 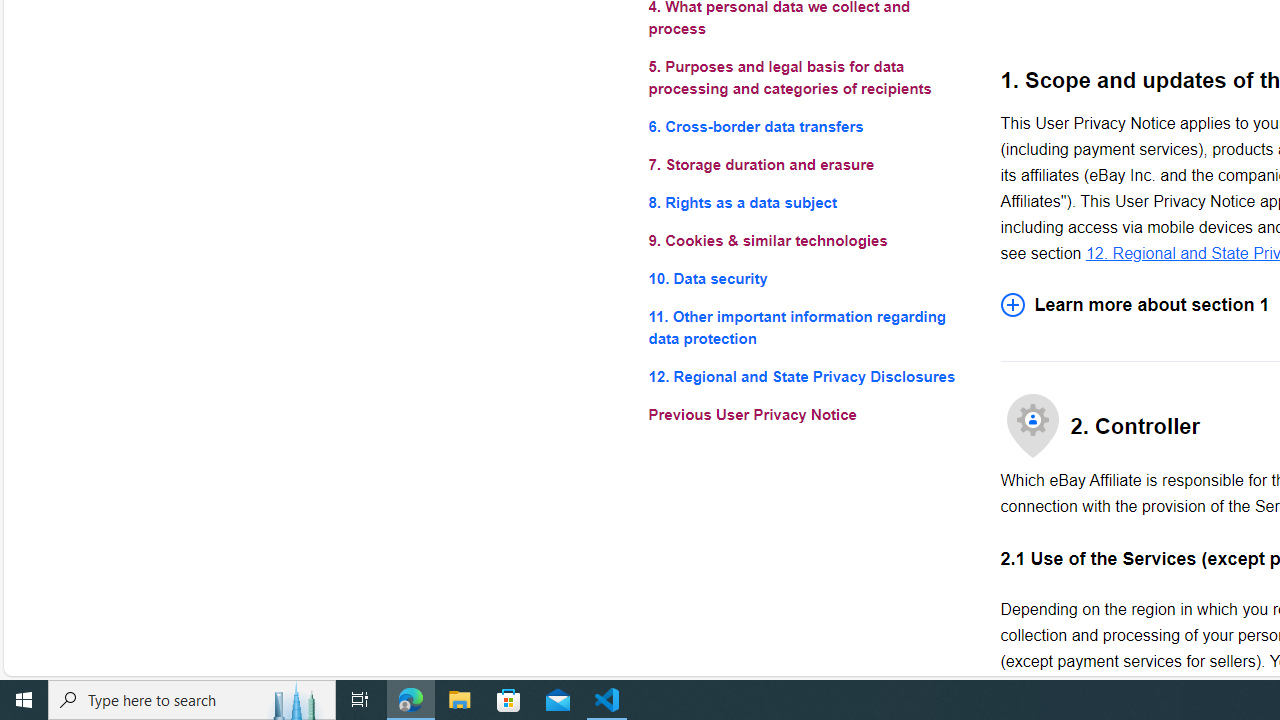 What do you see at coordinates (808, 240) in the screenshot?
I see `'9. Cookies & similar technologies'` at bounding box center [808, 240].